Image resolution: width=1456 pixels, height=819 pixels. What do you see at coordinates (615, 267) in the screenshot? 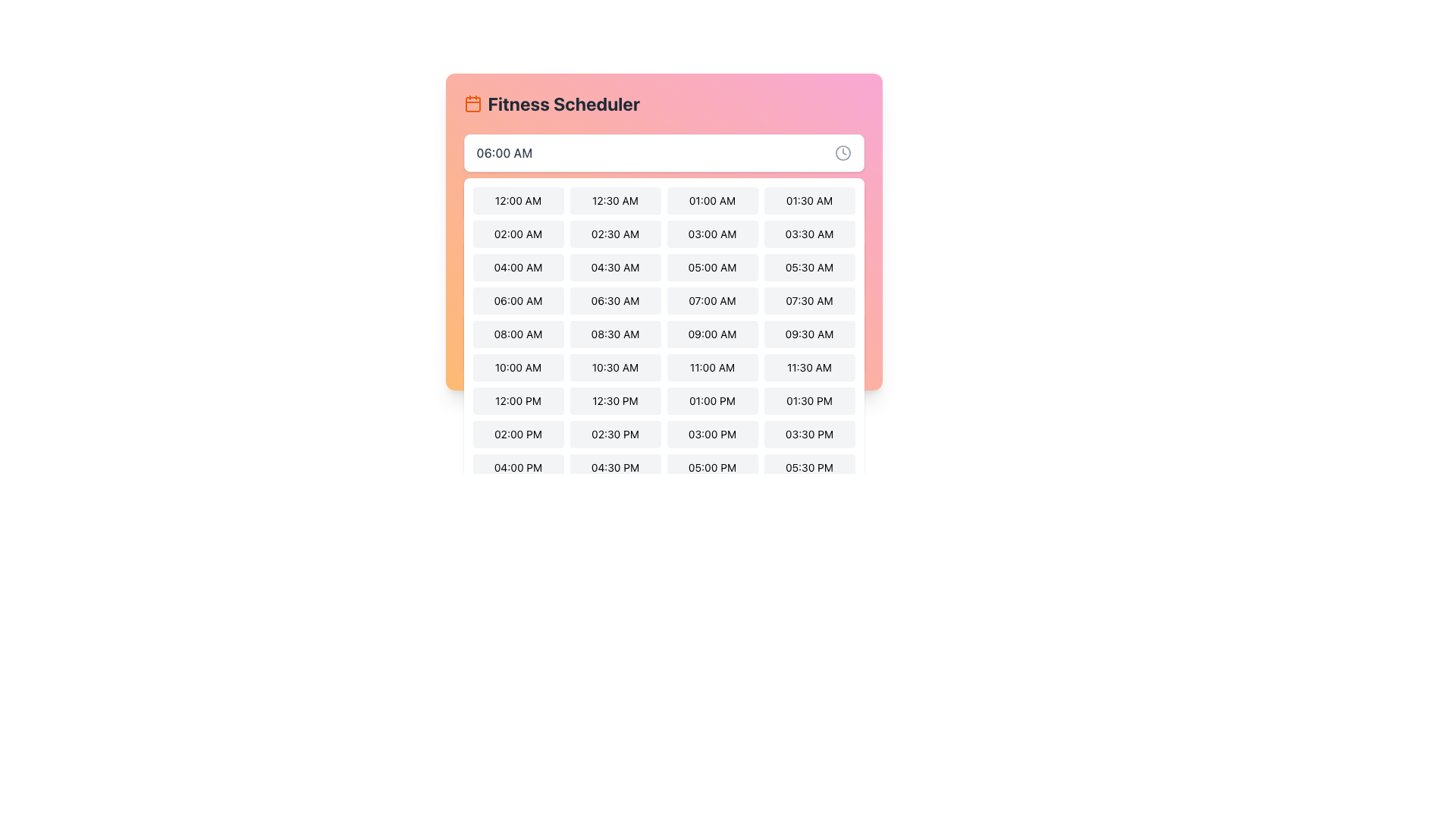
I see `the rectangular button labeled '04:30 AM' with a light gray background` at bounding box center [615, 267].